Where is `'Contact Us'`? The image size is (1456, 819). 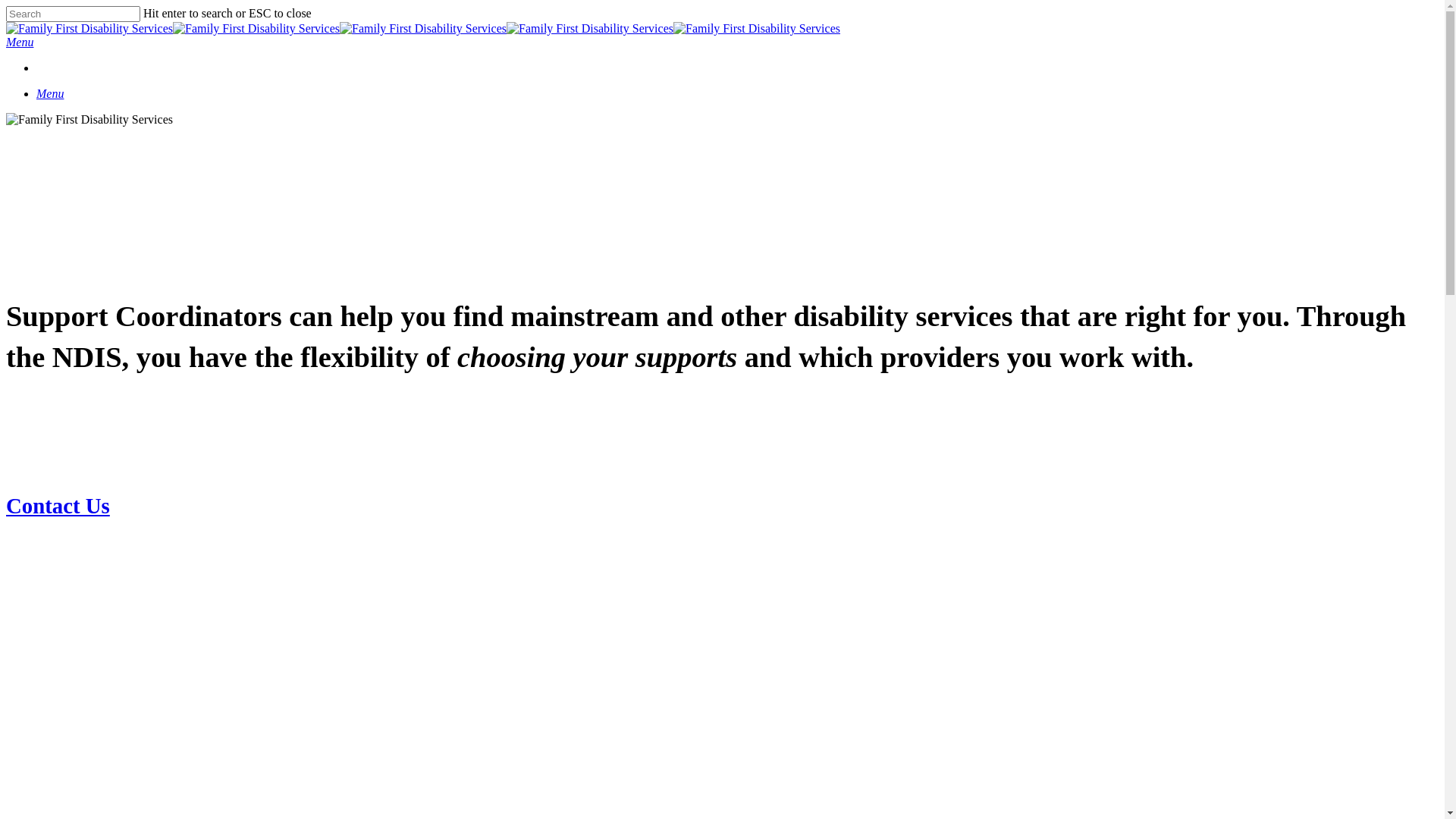 'Contact Us' is located at coordinates (6, 506).